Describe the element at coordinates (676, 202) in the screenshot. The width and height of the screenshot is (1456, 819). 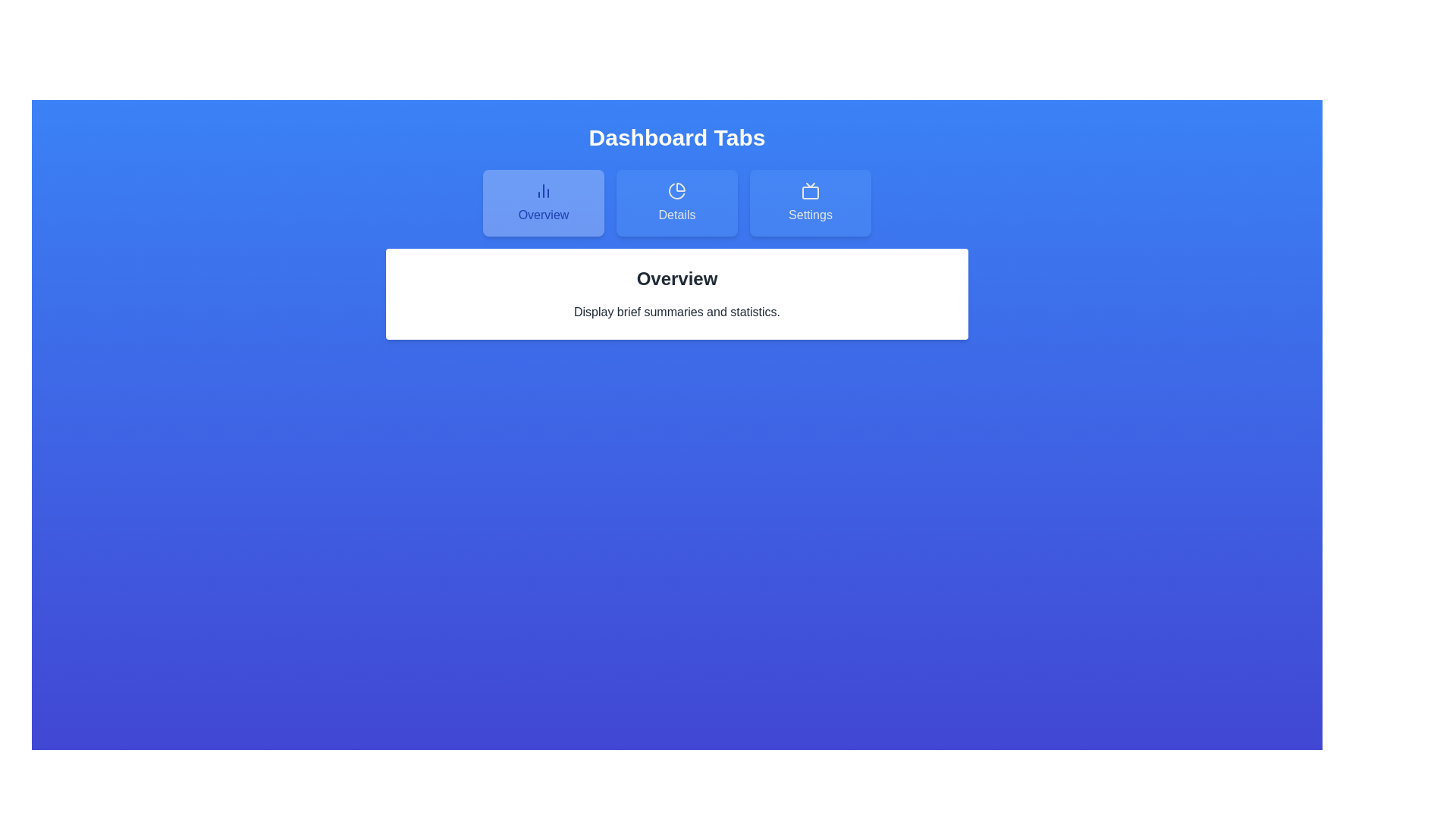
I see `the Details tab by clicking on its button` at that location.